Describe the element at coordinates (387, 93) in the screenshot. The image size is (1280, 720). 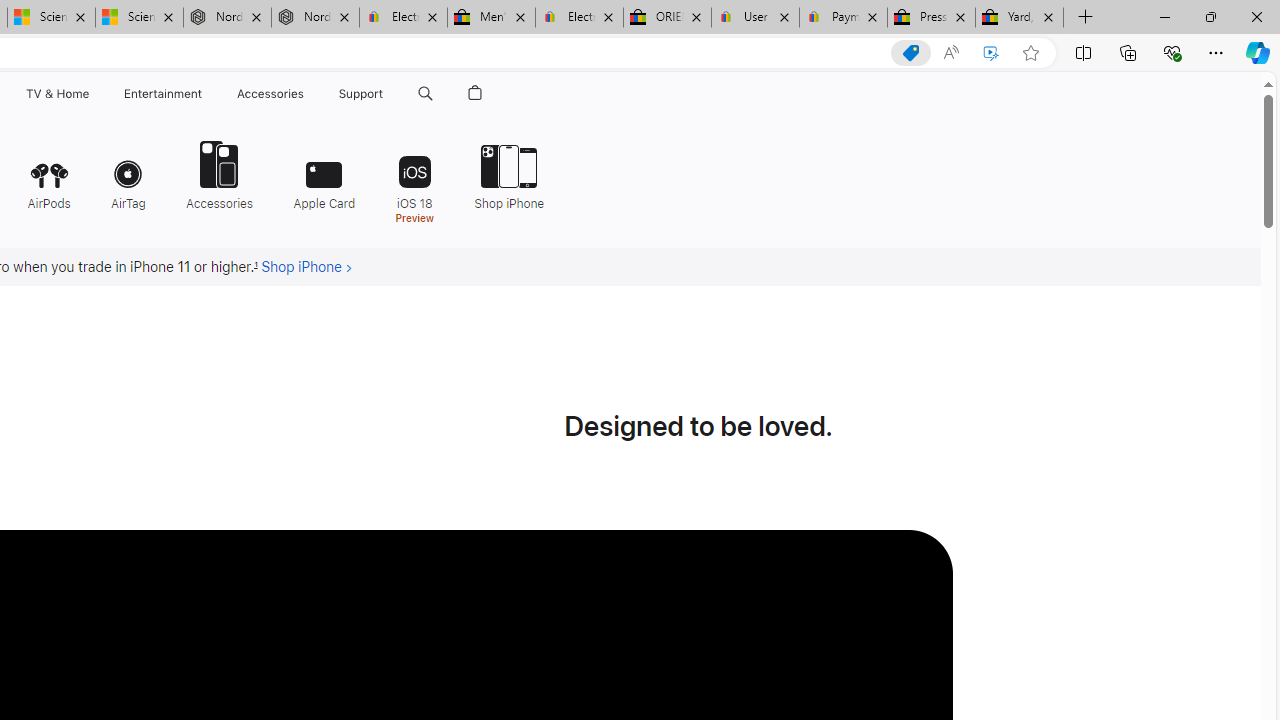
I see `'Support menu'` at that location.